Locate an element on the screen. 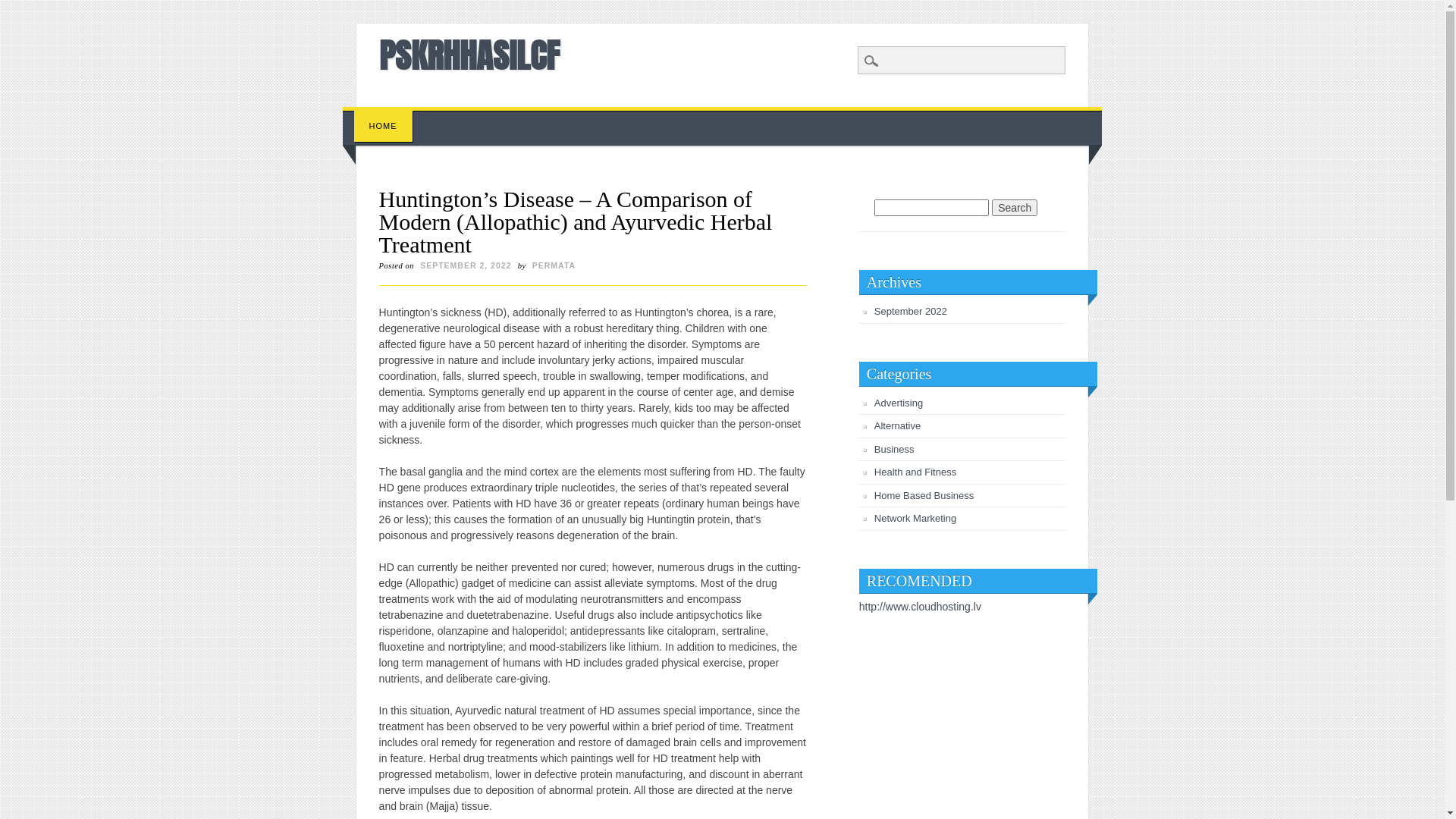 This screenshot has height=819, width=1456. 'Health and Fitness' is located at coordinates (914, 471).